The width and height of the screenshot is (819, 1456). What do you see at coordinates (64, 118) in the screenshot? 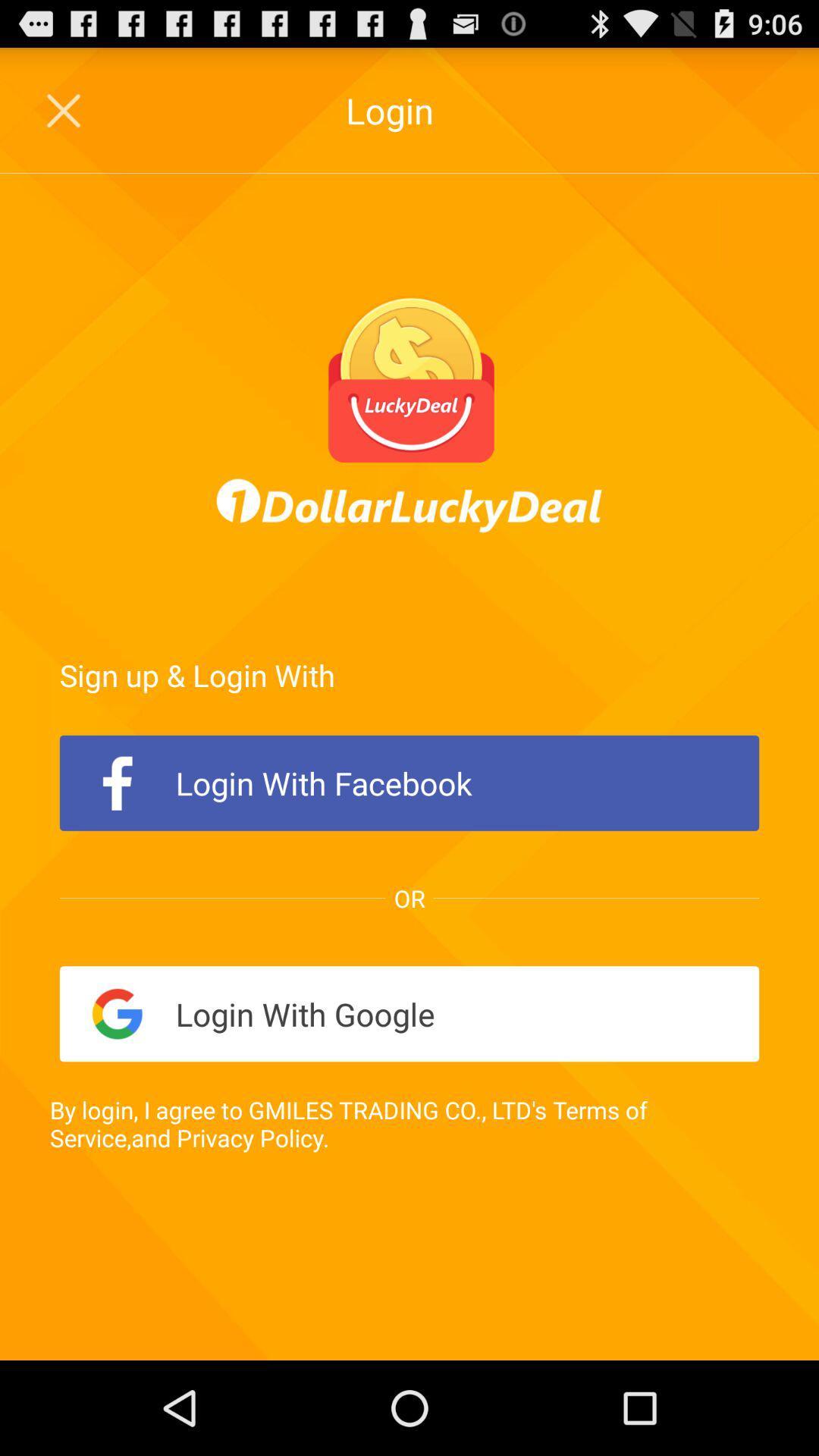
I see `the close icon` at bounding box center [64, 118].